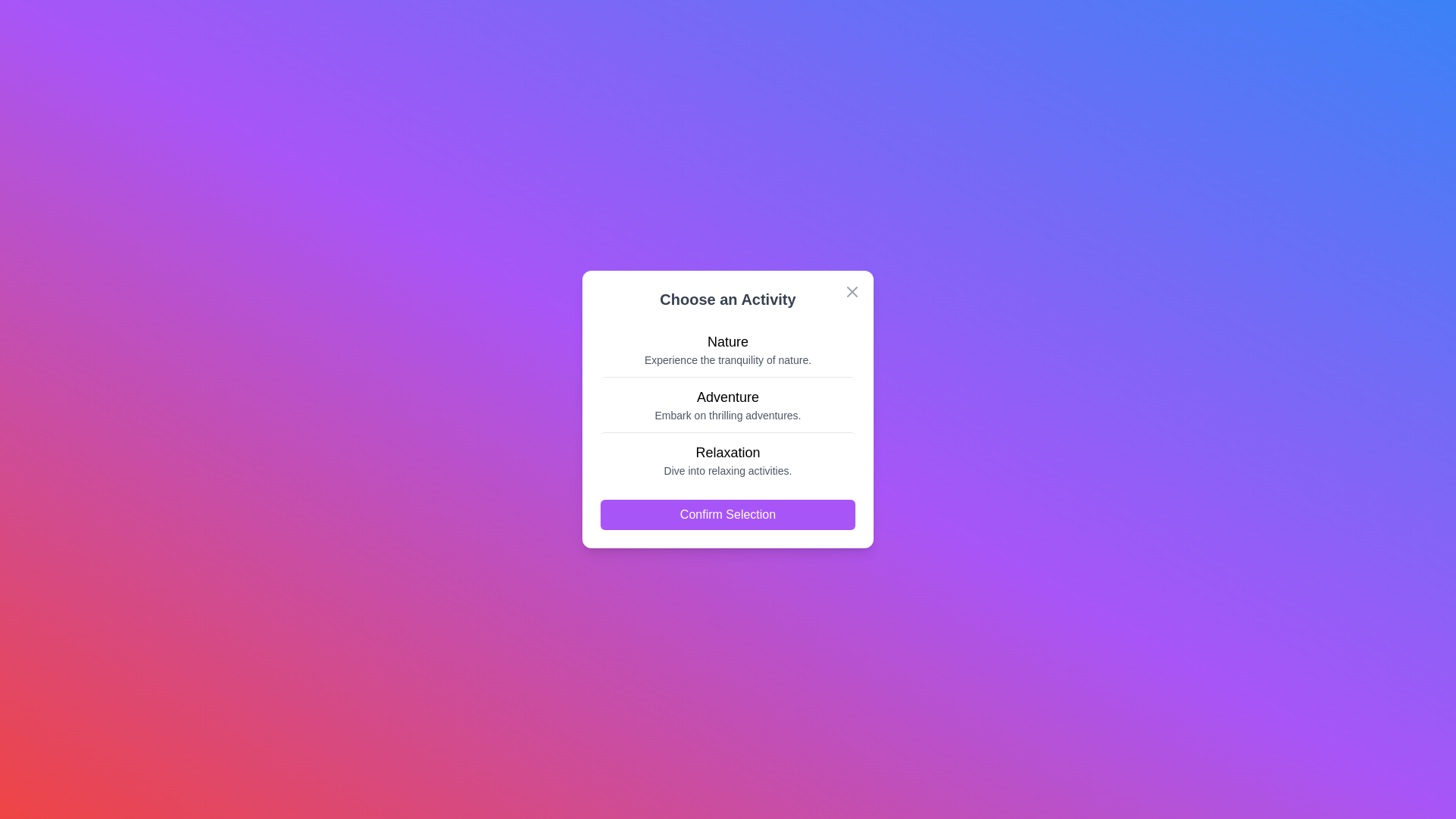  Describe the element at coordinates (728, 513) in the screenshot. I see `the 'Confirm Selection' button to confirm the current selection` at that location.